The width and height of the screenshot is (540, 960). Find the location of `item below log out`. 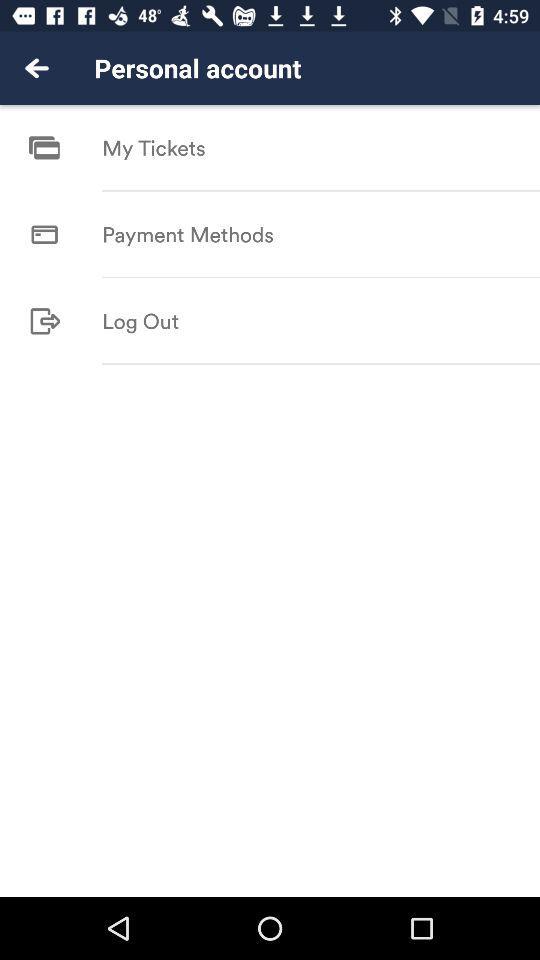

item below log out is located at coordinates (321, 363).